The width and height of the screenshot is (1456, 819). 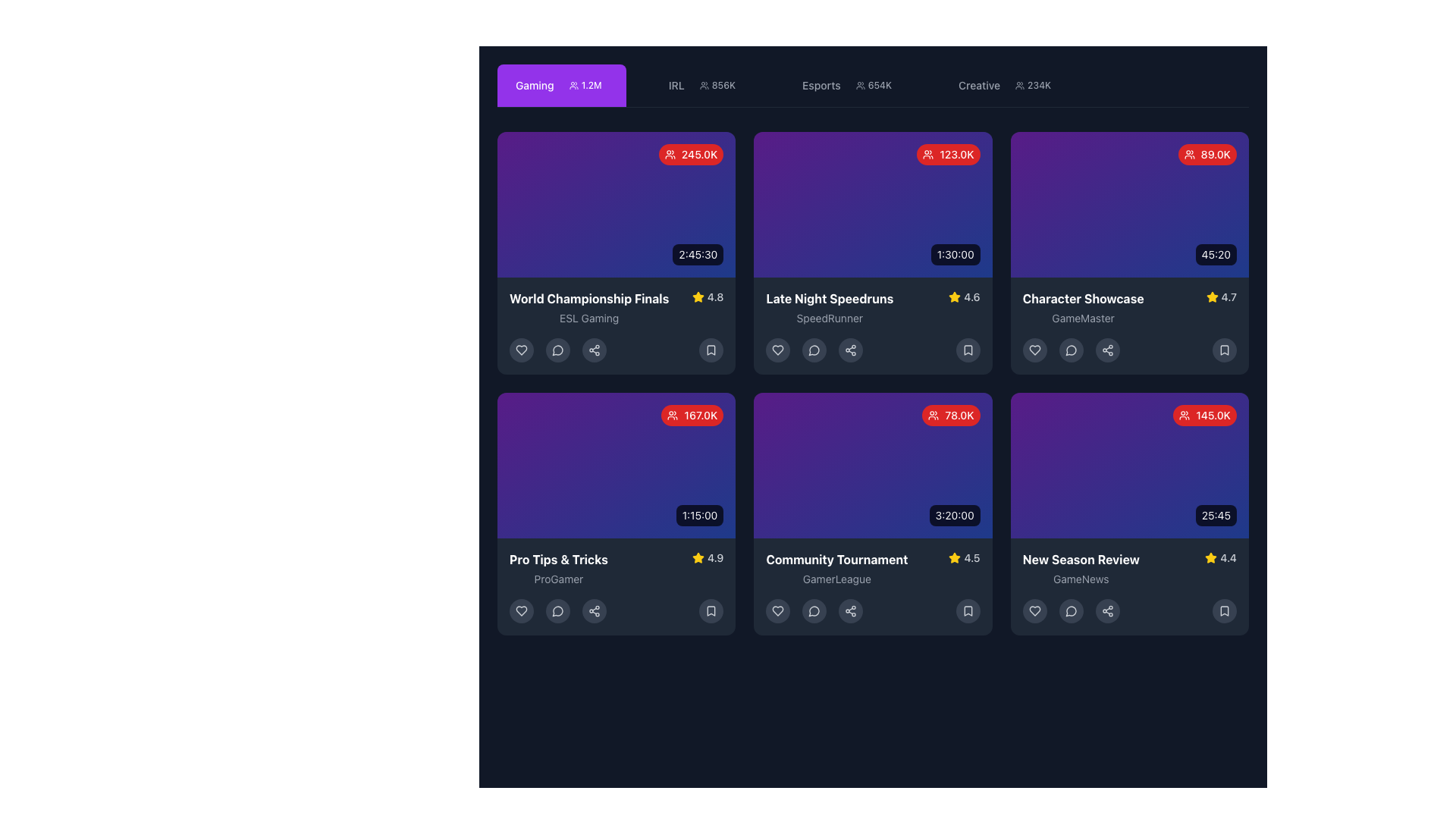 I want to click on the badge in the upper-right corner of the fourth card in the second row of the grid layout to associate the count with the 'Community Tournament' card's context, so click(x=950, y=415).